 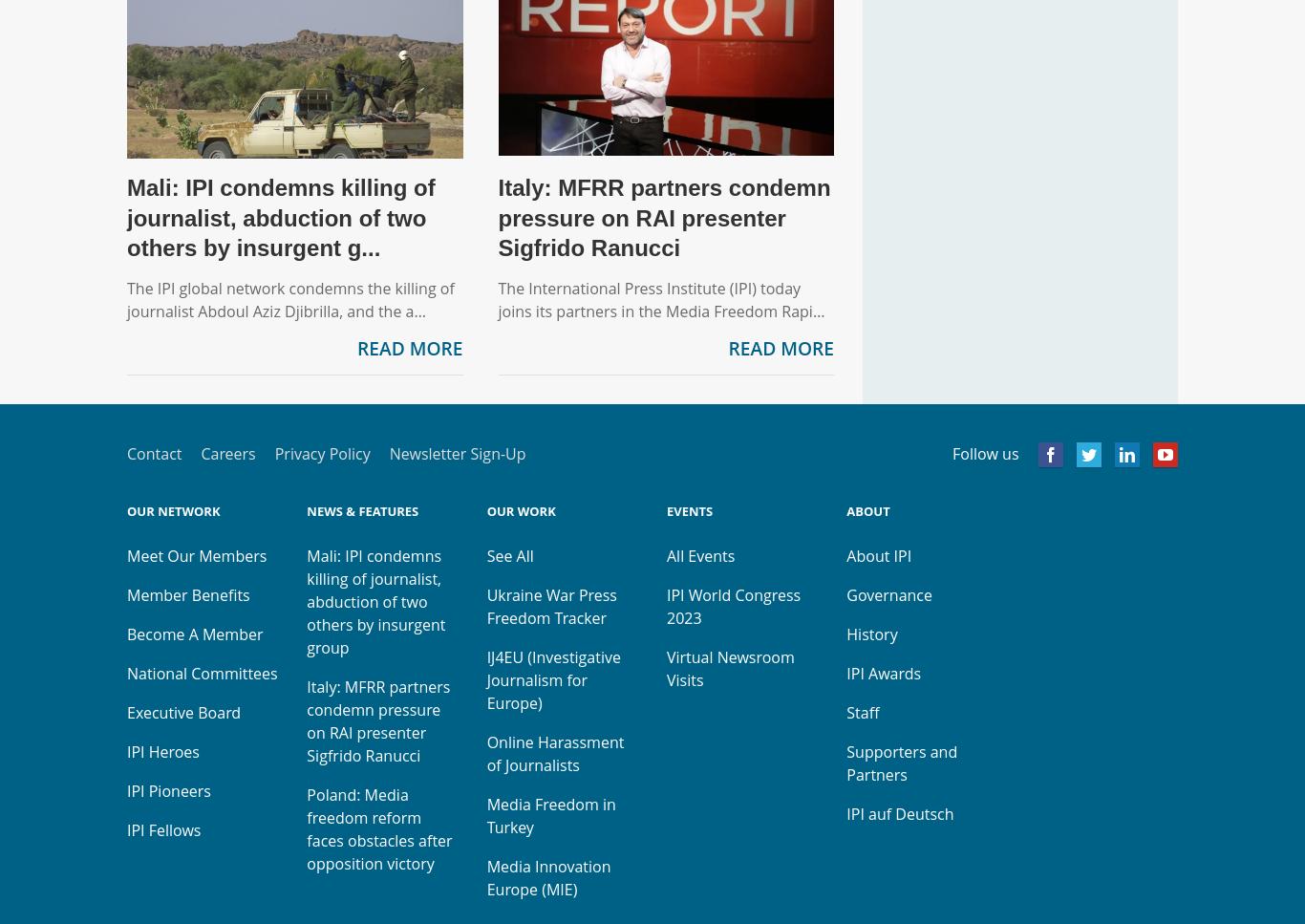 I want to click on 'IPI Heroes', so click(x=126, y=751).